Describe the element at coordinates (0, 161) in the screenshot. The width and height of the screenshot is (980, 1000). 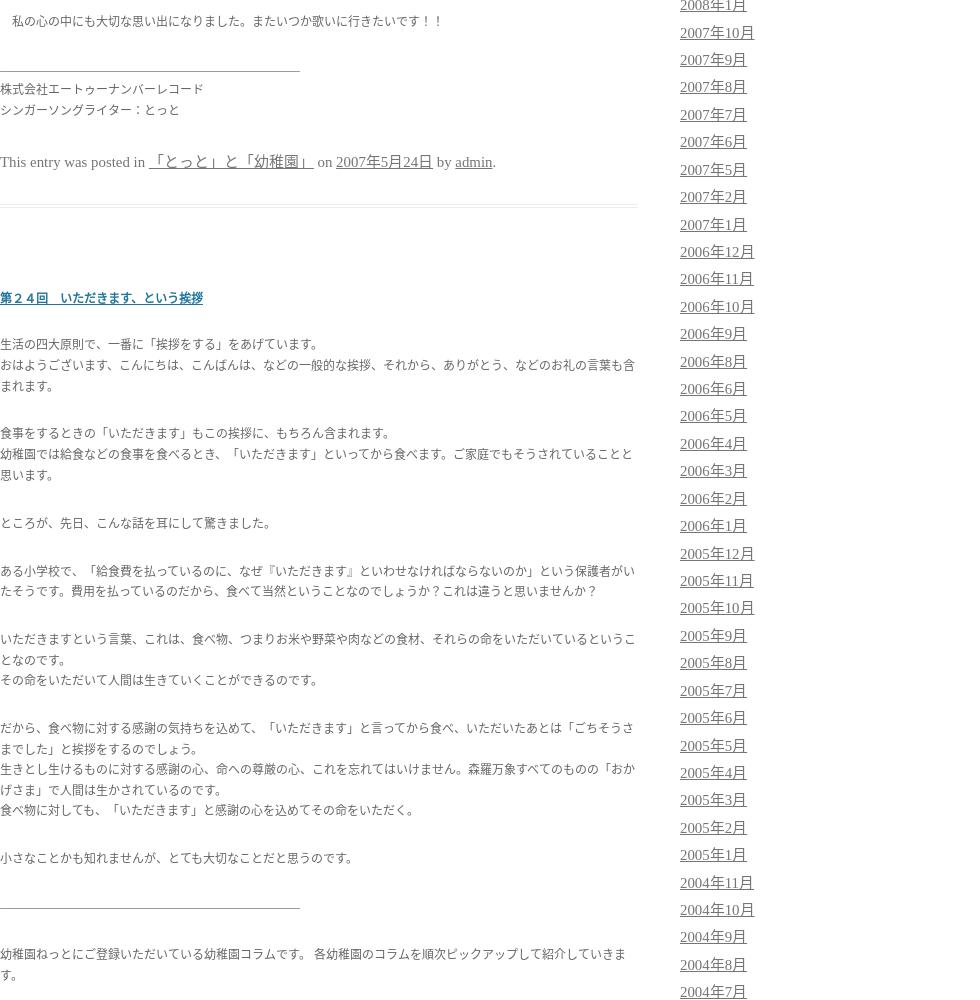
I see `'This entry was posted in'` at that location.